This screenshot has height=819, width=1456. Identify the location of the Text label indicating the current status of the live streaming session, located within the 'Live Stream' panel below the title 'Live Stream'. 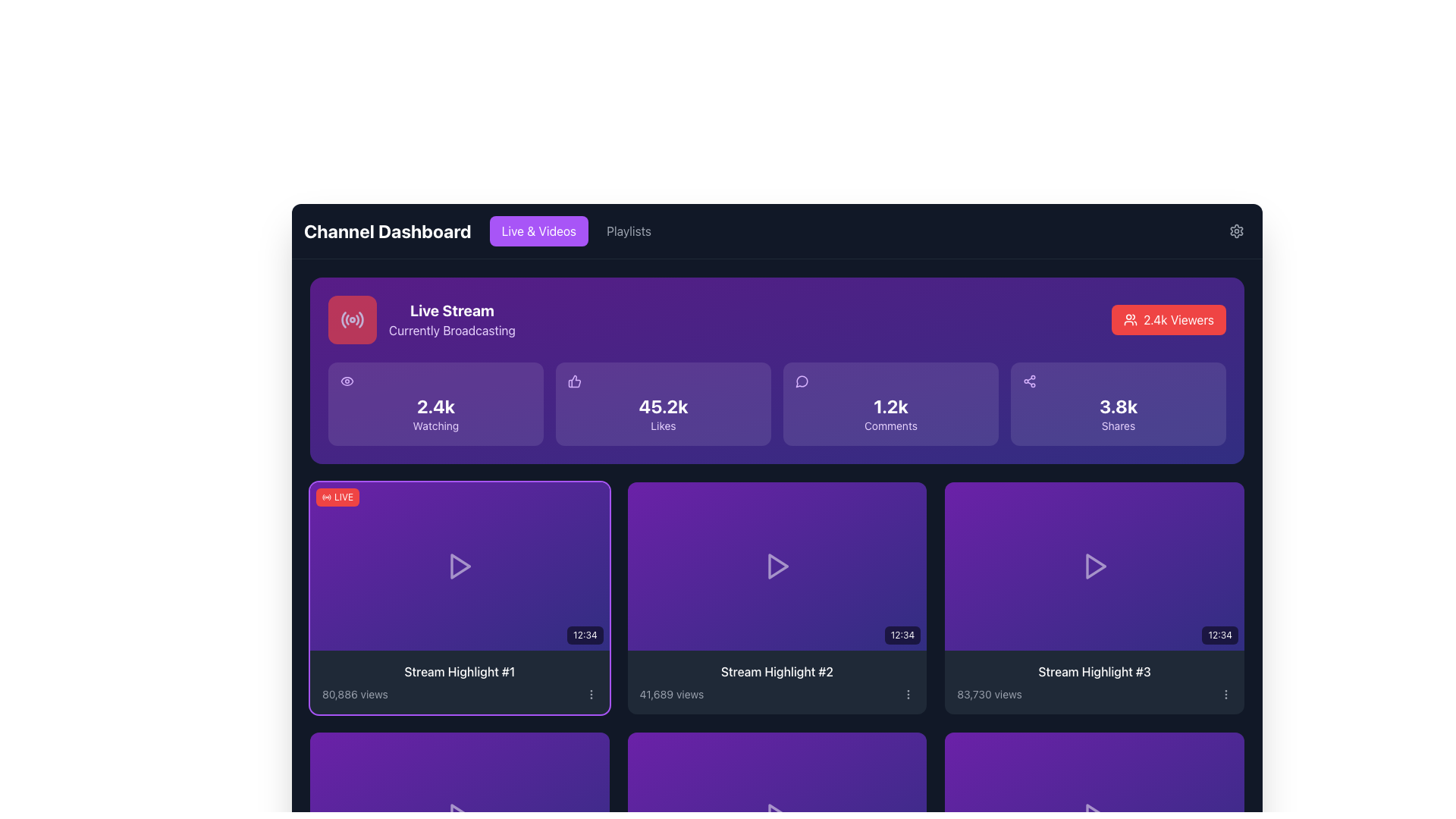
(451, 329).